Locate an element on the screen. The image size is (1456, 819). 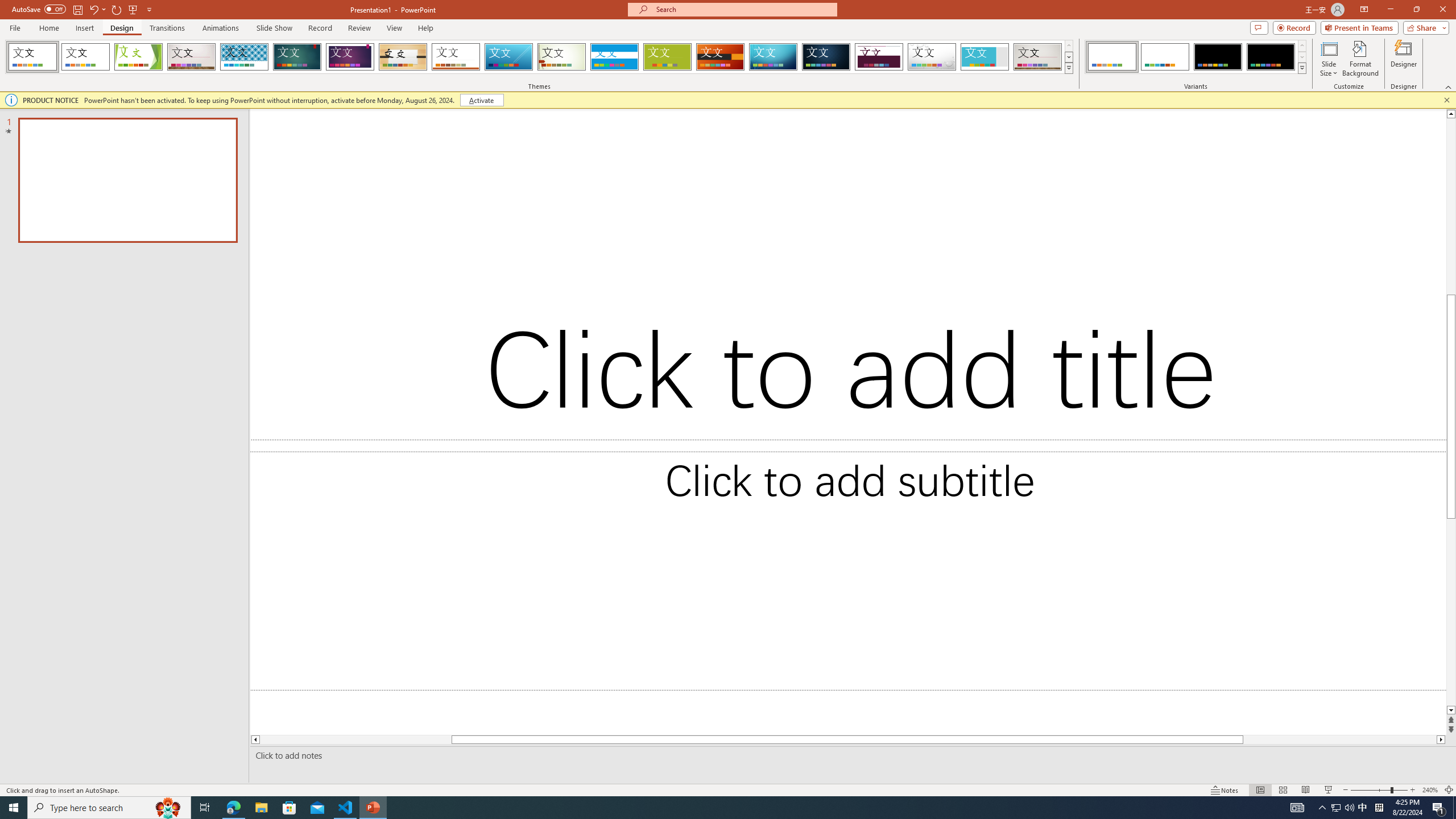
'Activate' is located at coordinates (482, 100).